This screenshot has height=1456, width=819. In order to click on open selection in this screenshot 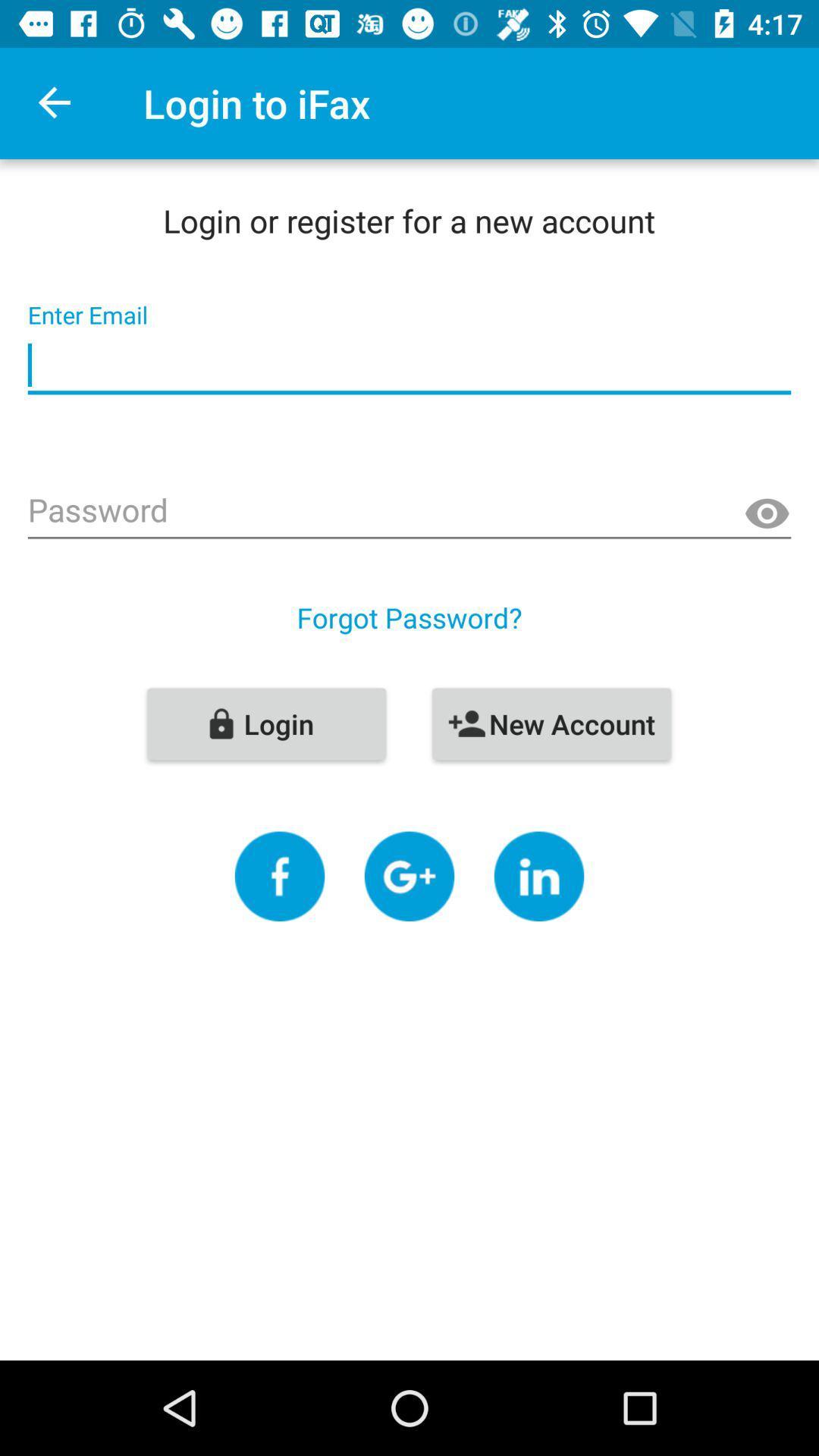, I will do `click(280, 876)`.